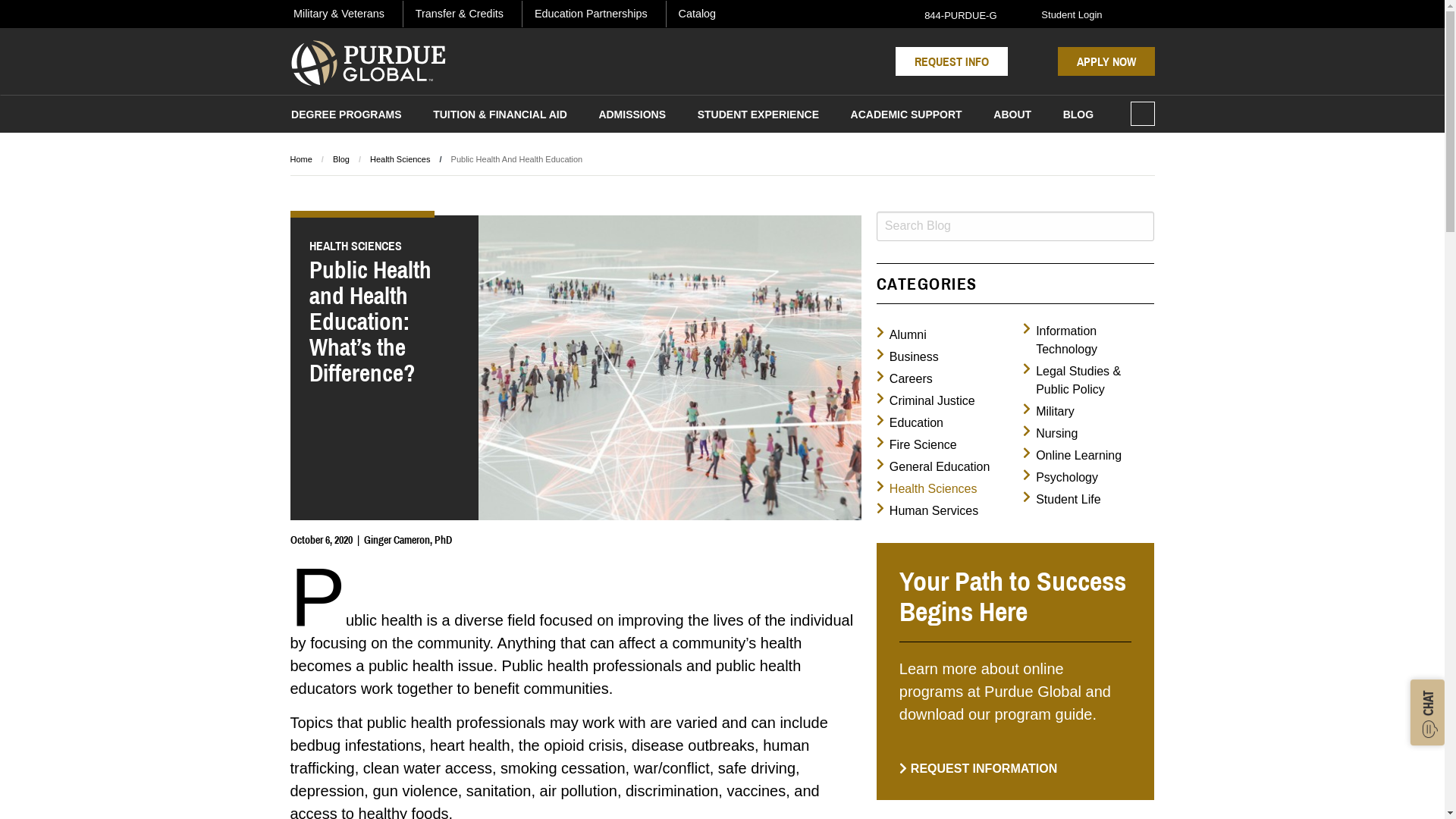 Image resolution: width=1456 pixels, height=819 pixels. Describe the element at coordinates (593, 116) in the screenshot. I see `'ADMISSIONS'` at that location.